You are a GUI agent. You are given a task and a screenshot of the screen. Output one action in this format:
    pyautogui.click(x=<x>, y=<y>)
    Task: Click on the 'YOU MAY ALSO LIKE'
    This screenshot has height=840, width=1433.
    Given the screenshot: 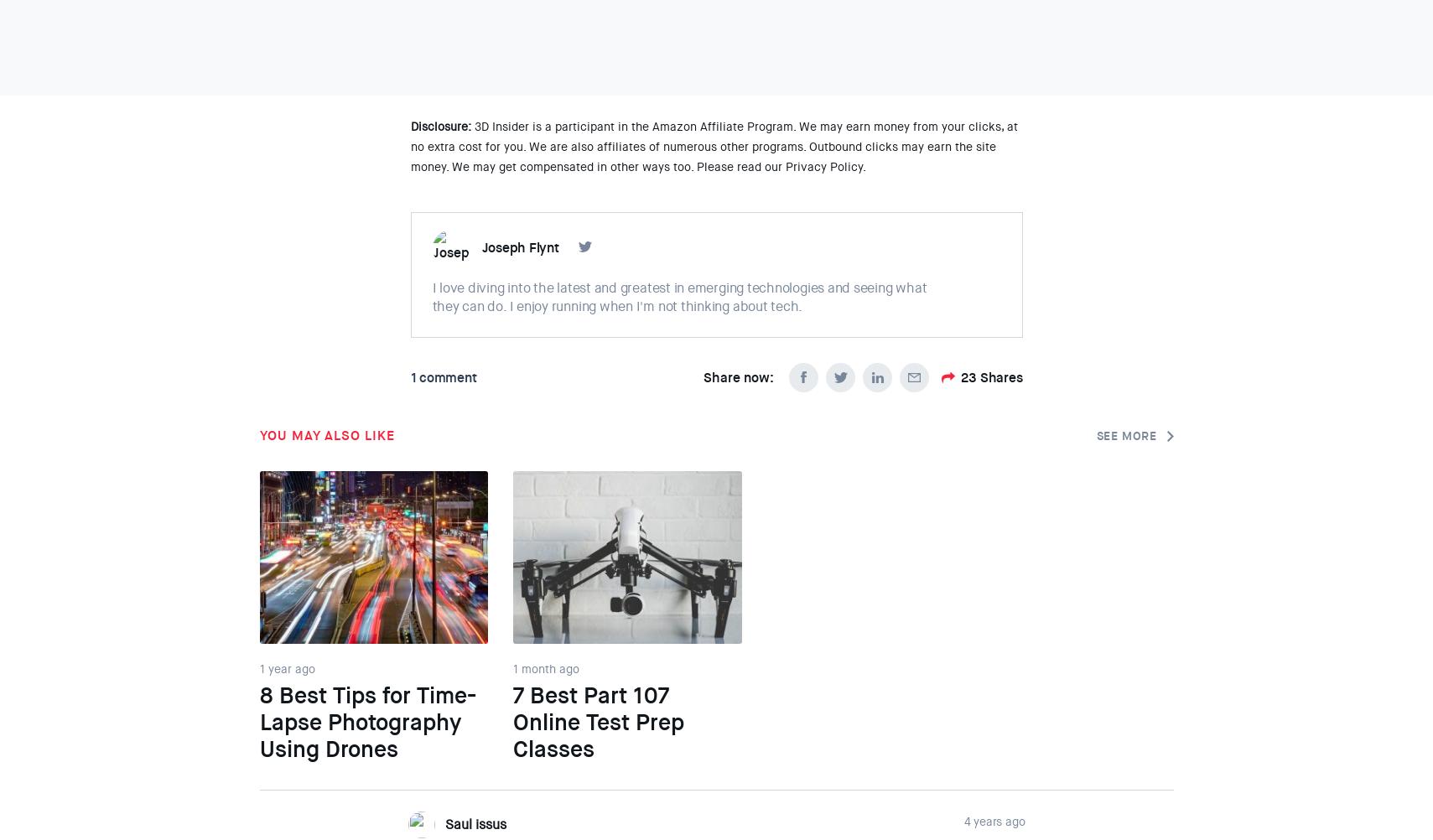 What is the action you would take?
    pyautogui.click(x=325, y=435)
    